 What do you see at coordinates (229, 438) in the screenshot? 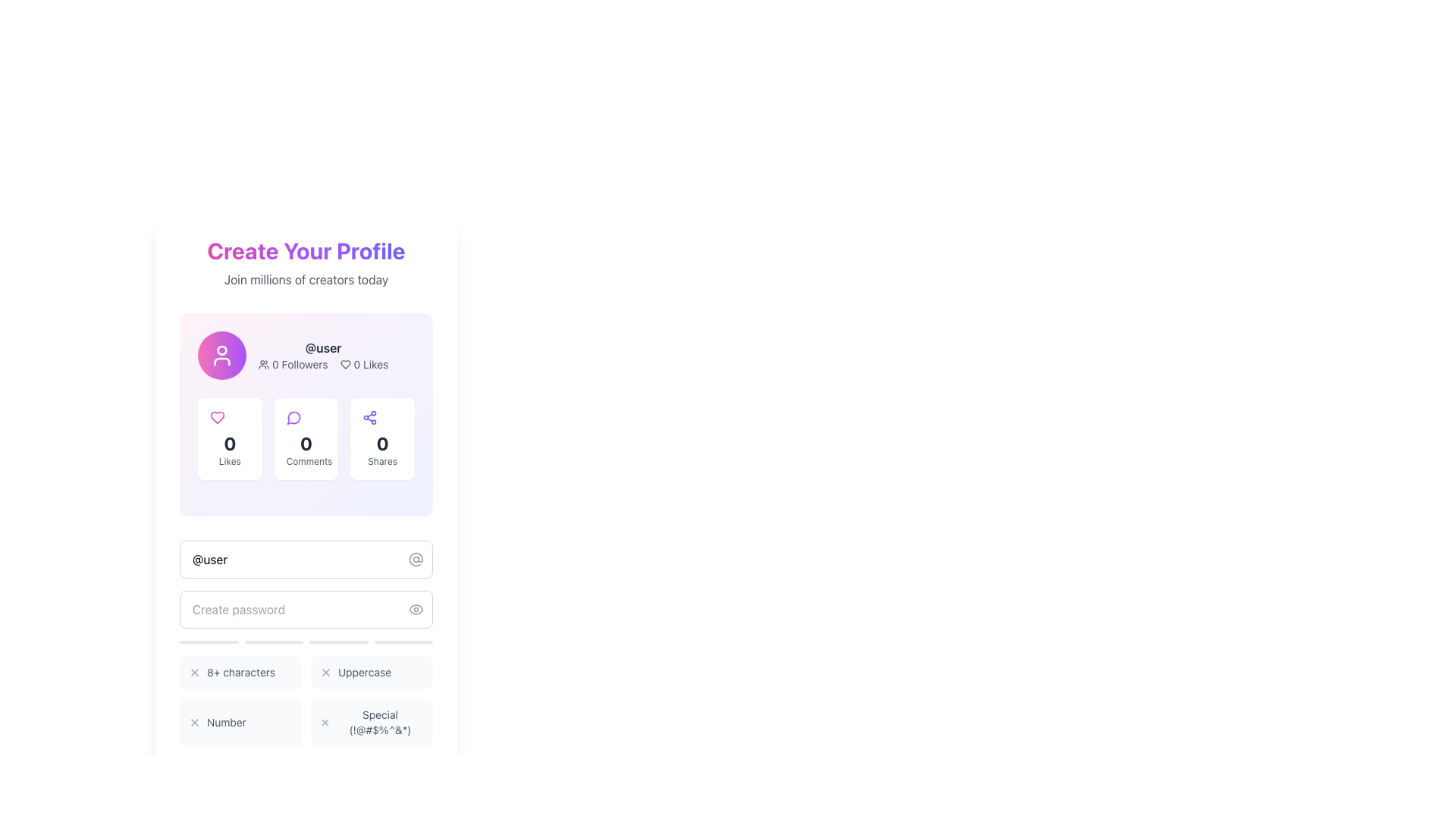
I see `the first statistical display widget that shows the number of likes received, located in the leftmost column below the user's profile picture` at bounding box center [229, 438].